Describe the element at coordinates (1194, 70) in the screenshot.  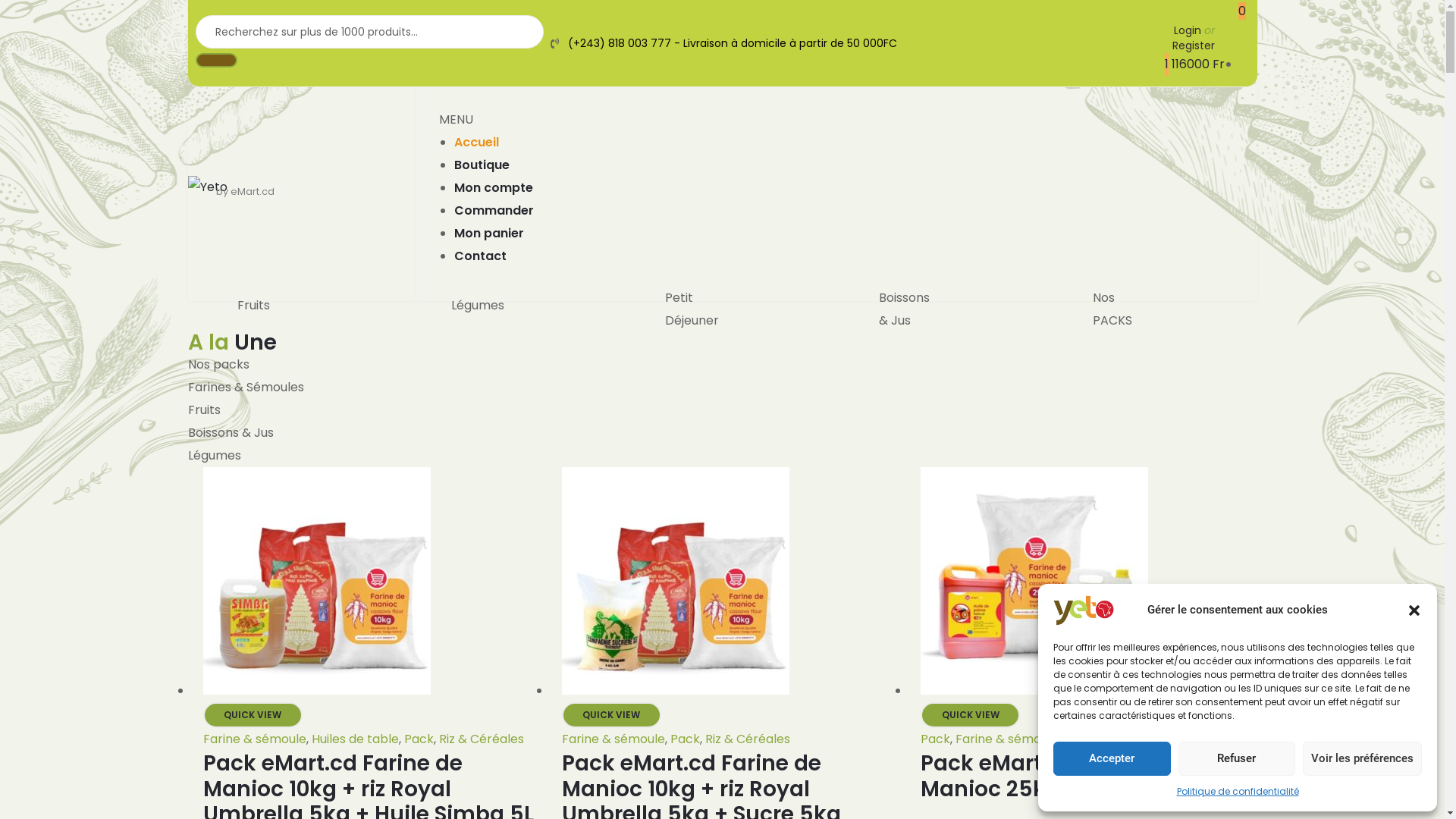
I see `'1 116000 Fr'` at that location.